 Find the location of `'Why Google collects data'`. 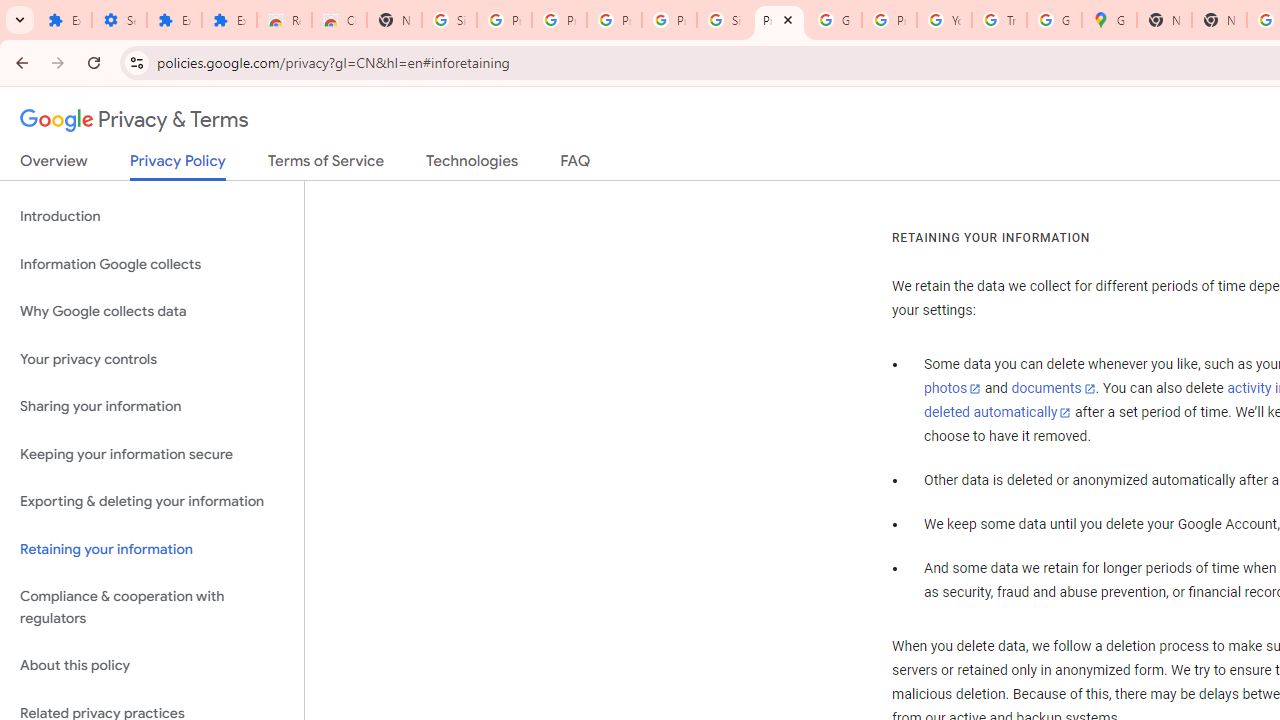

'Why Google collects data' is located at coordinates (151, 312).